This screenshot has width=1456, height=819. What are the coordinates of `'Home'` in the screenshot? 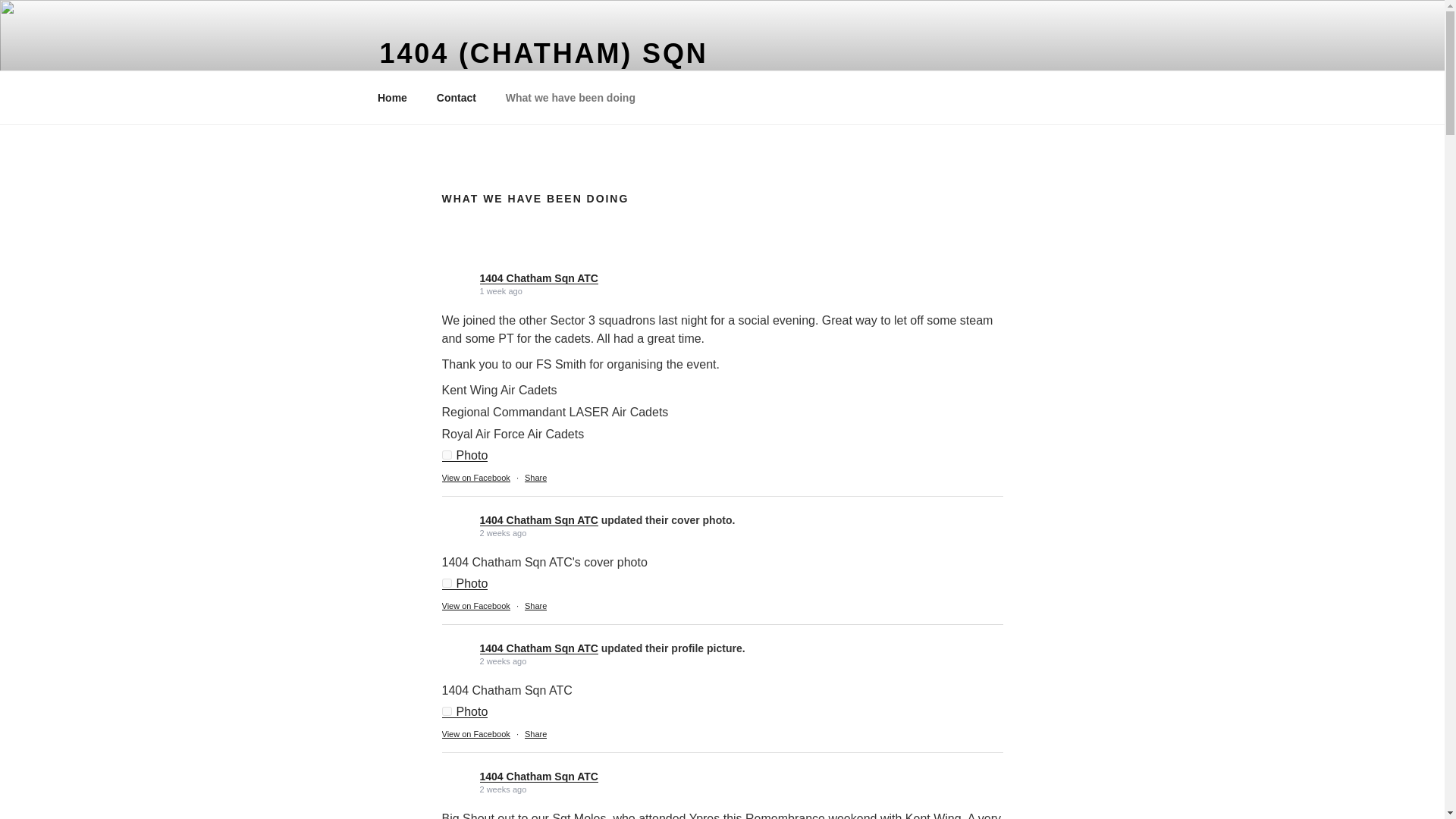 It's located at (392, 97).